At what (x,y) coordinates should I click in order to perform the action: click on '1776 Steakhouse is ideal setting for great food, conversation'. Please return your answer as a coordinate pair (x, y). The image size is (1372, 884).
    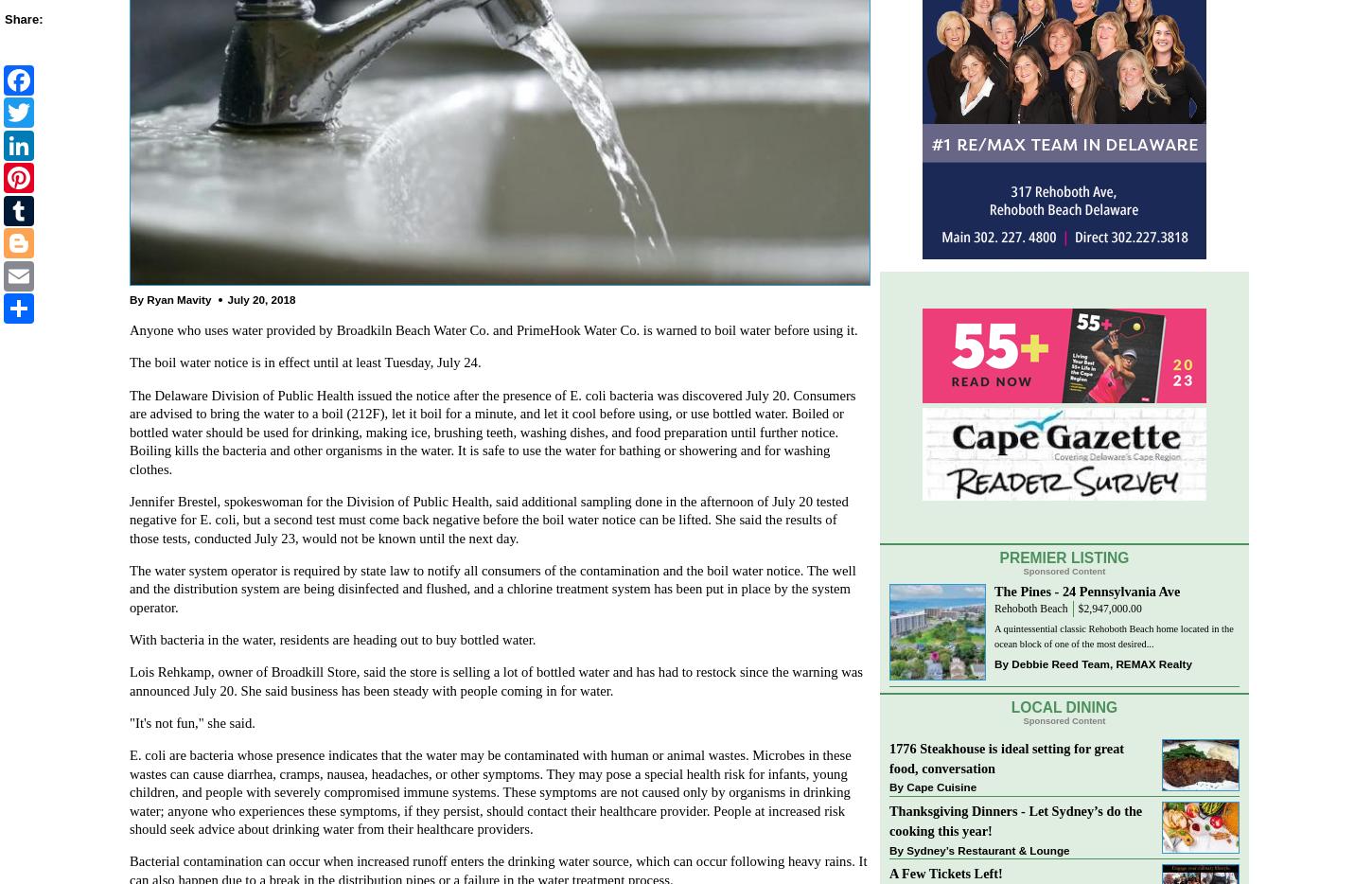
    Looking at the image, I should click on (1007, 757).